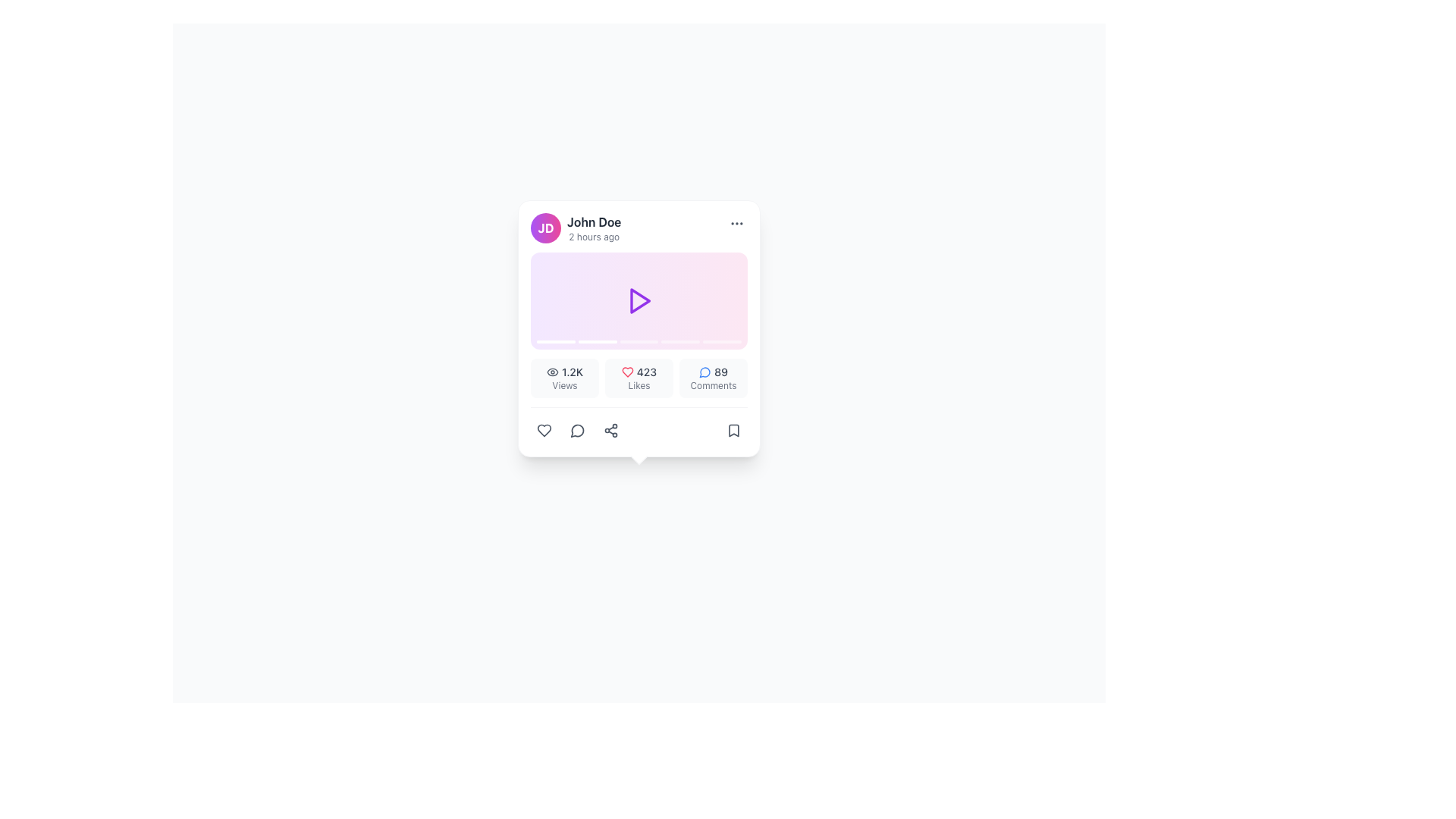  What do you see at coordinates (721, 342) in the screenshot?
I see `the last segment of the progress bar, which is a small thin line with rounded ends, located on the far right of the horizontal bar at the bottom of the card interface` at bounding box center [721, 342].